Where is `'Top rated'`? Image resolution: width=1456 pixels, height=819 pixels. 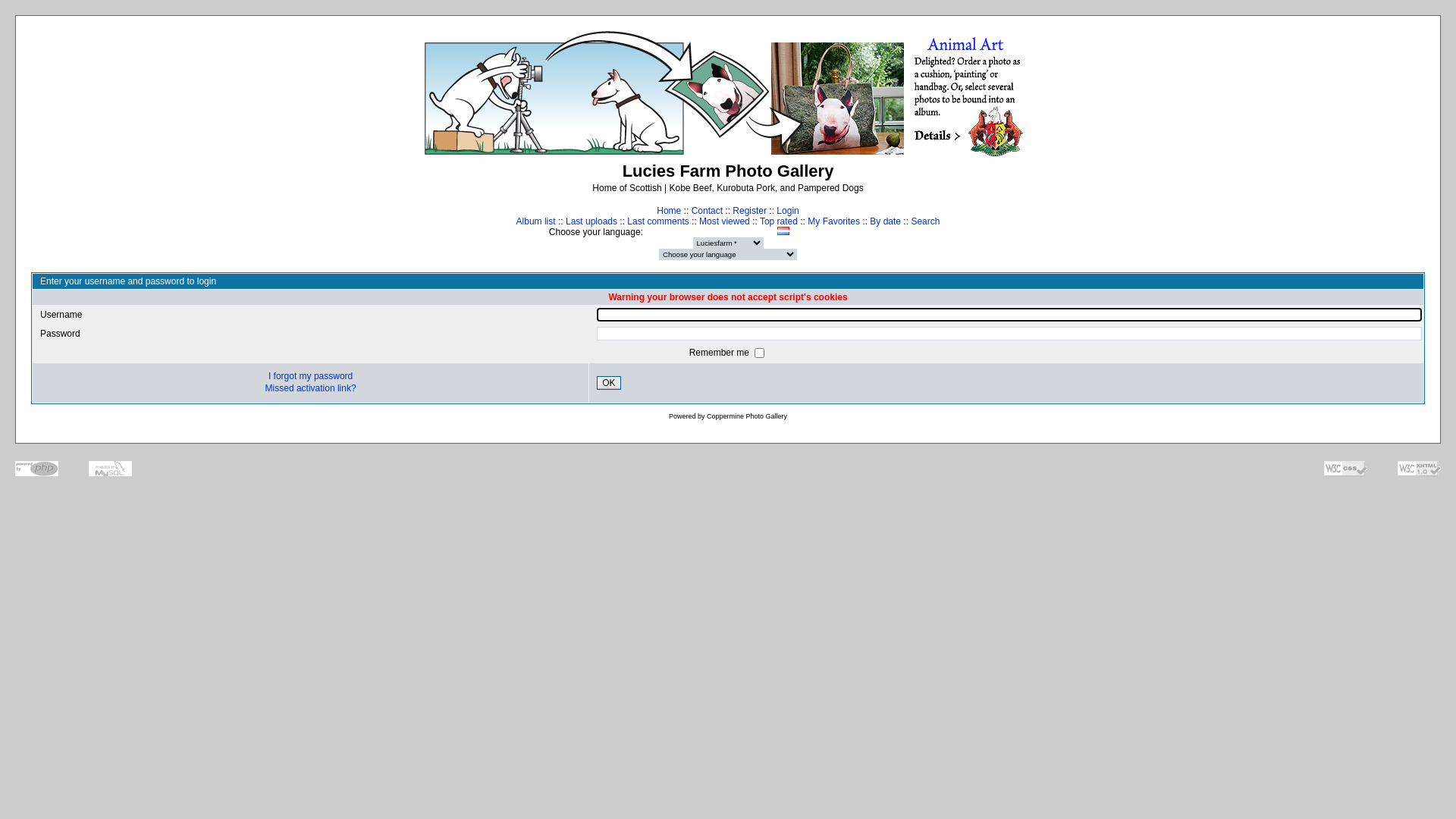 'Top rated' is located at coordinates (779, 221).